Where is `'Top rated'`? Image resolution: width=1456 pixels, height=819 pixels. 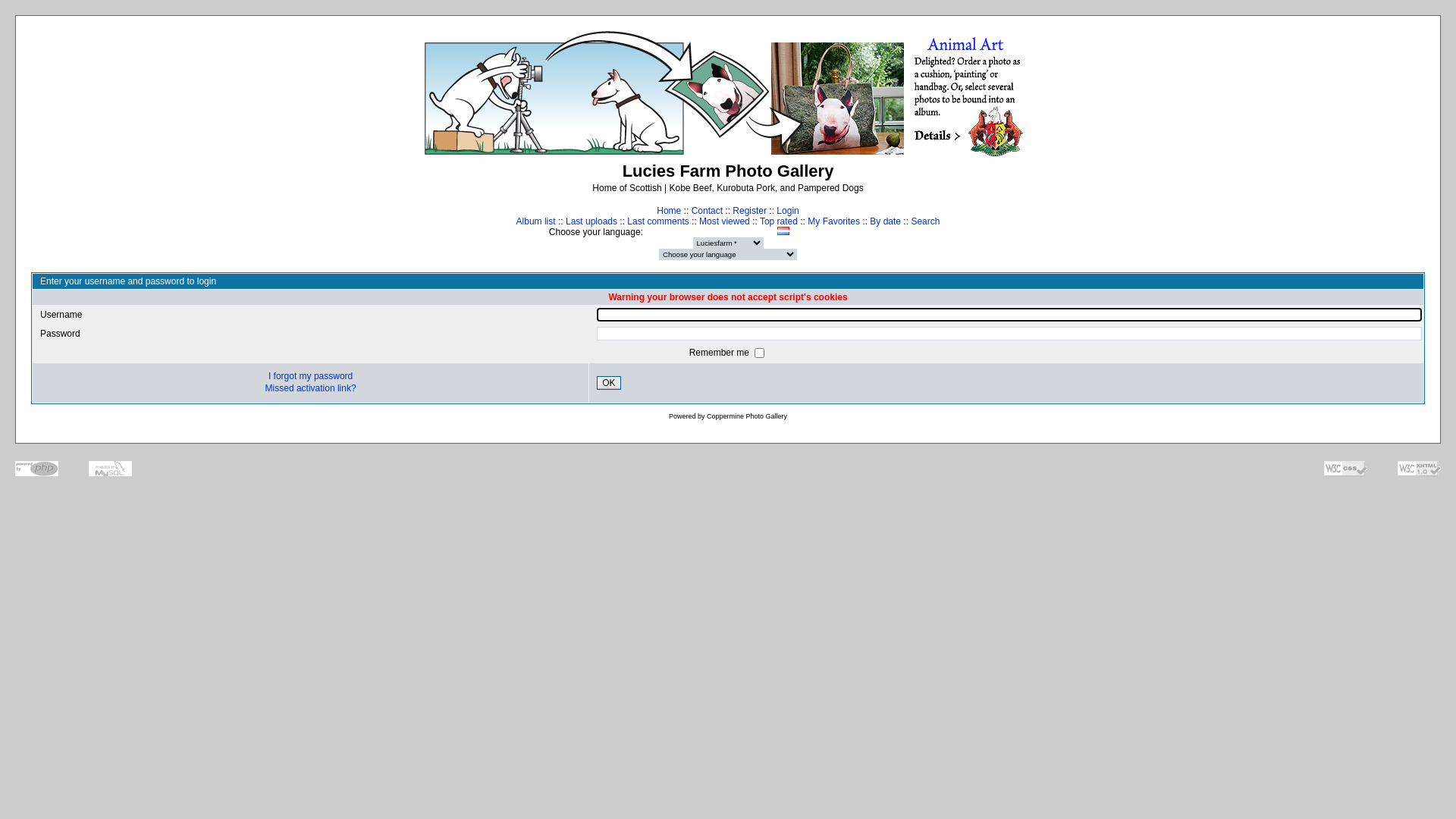 'Top rated' is located at coordinates (779, 221).